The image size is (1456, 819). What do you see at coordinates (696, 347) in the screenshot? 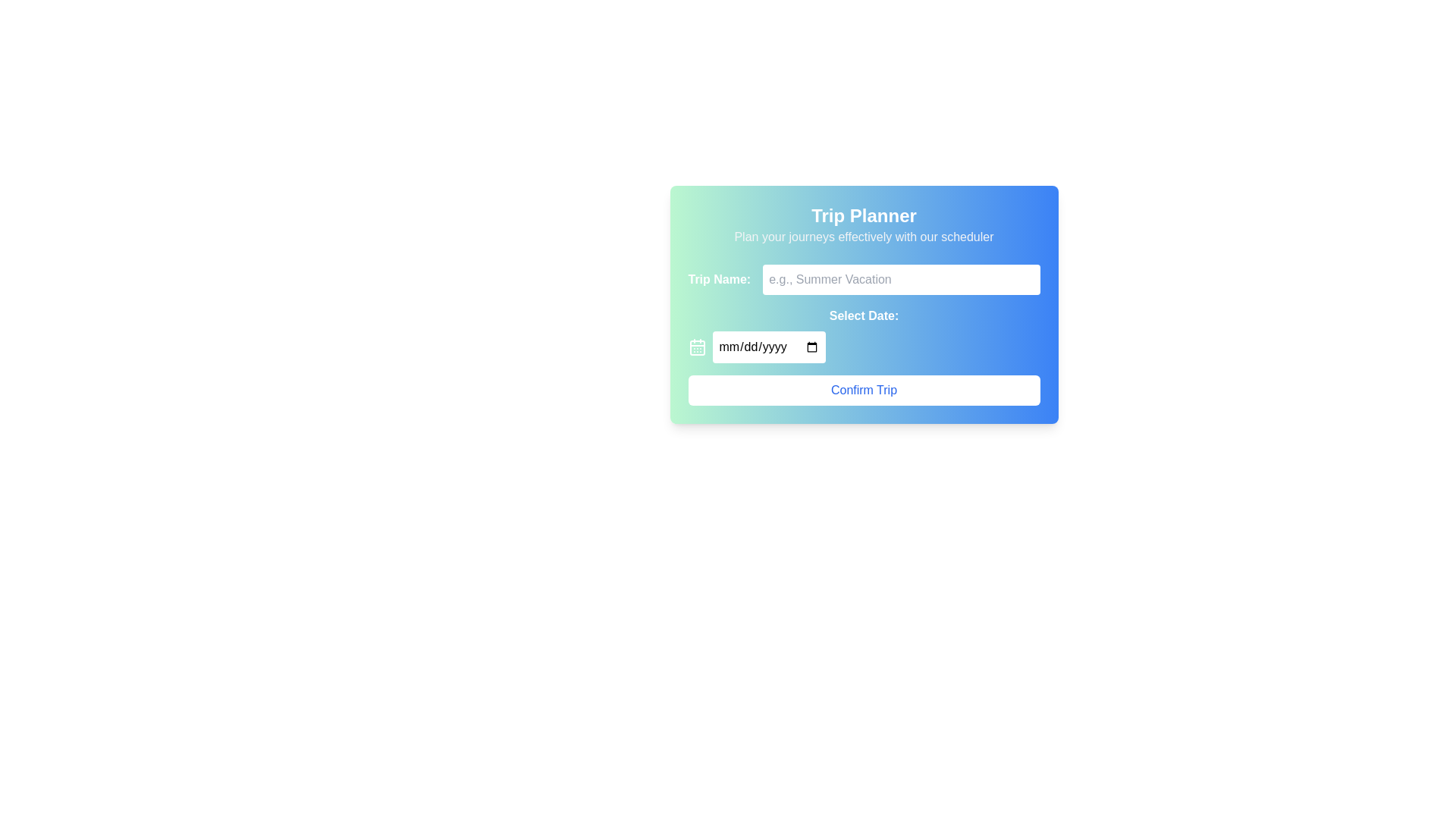
I see `the date selection icon located to the left of the date input field` at bounding box center [696, 347].